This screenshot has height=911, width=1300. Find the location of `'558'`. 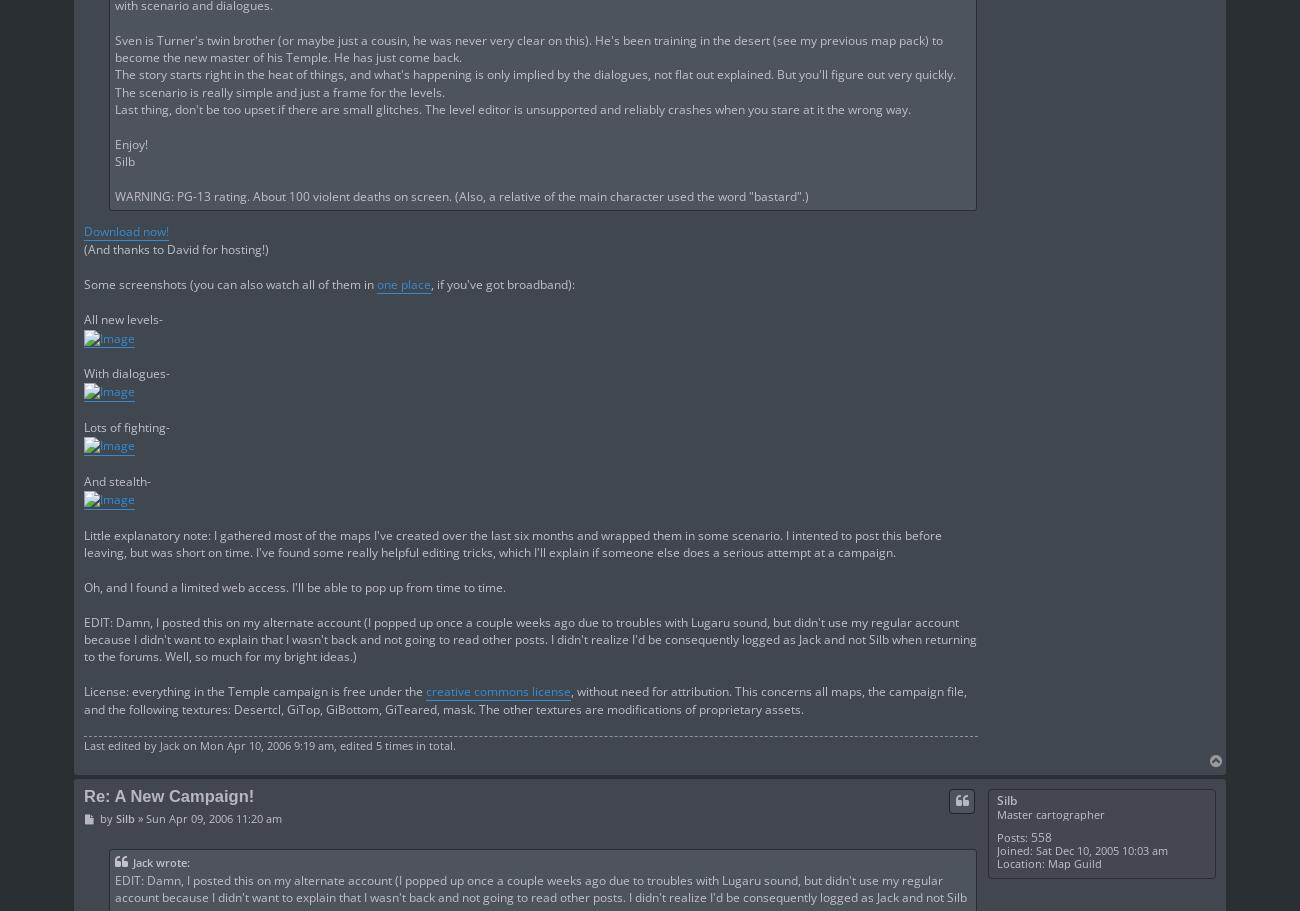

'558' is located at coordinates (1040, 835).